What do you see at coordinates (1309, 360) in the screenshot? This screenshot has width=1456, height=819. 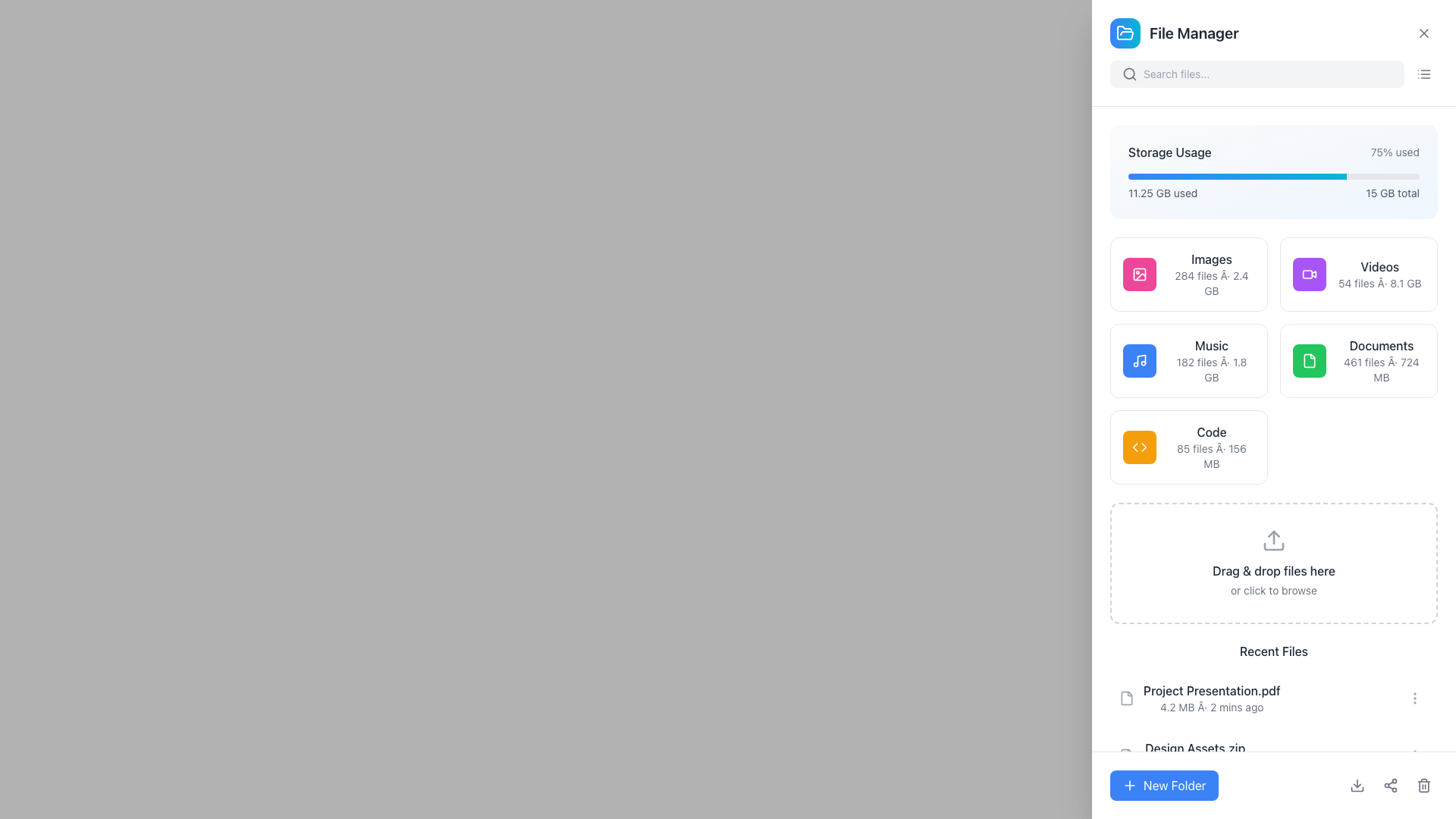 I see `the SVG icon that resembles a simplified document or file with a folded top-right corner, located in the 'Documents' card area on the right-hand side of the application` at bounding box center [1309, 360].